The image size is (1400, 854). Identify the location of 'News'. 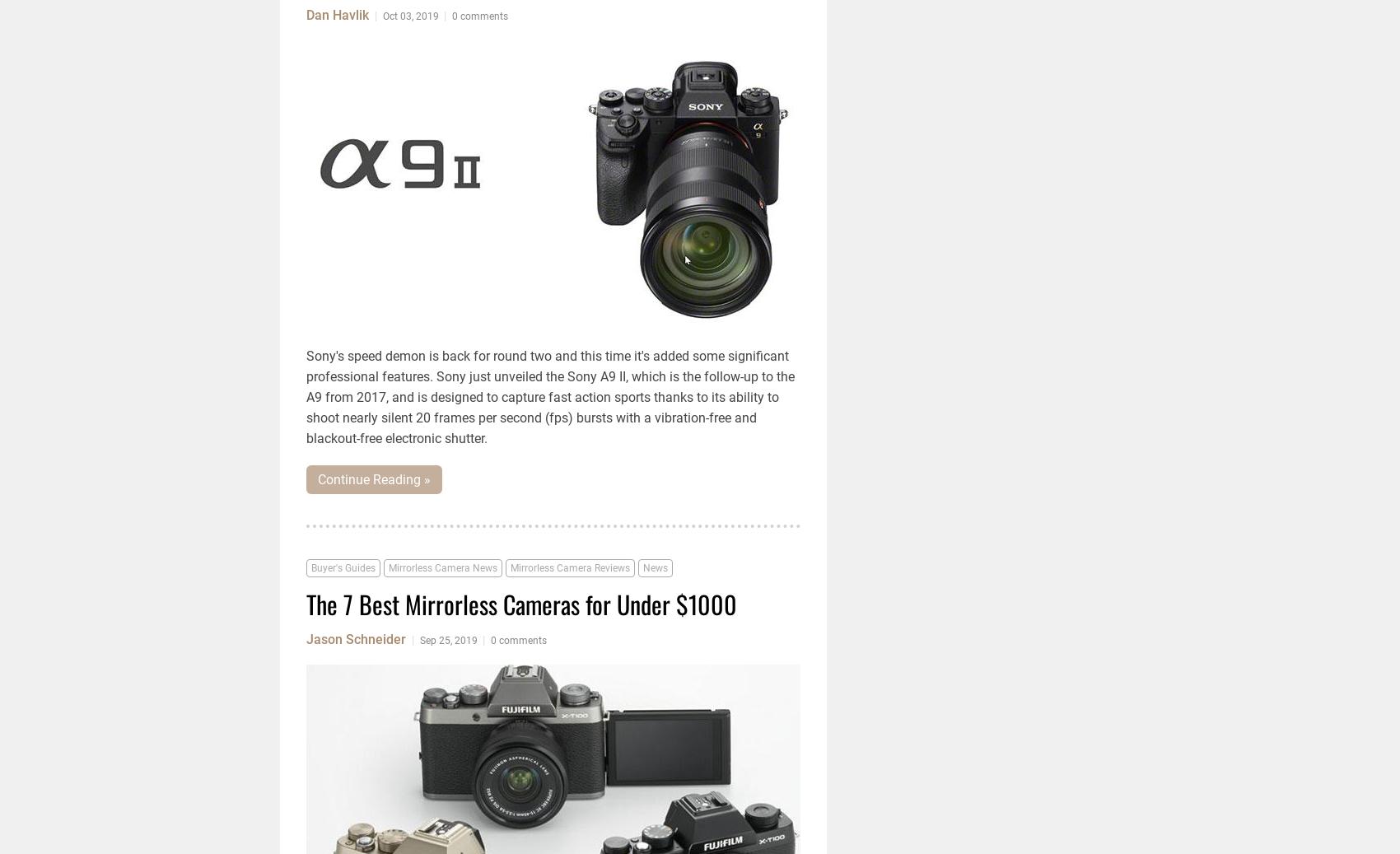
(654, 568).